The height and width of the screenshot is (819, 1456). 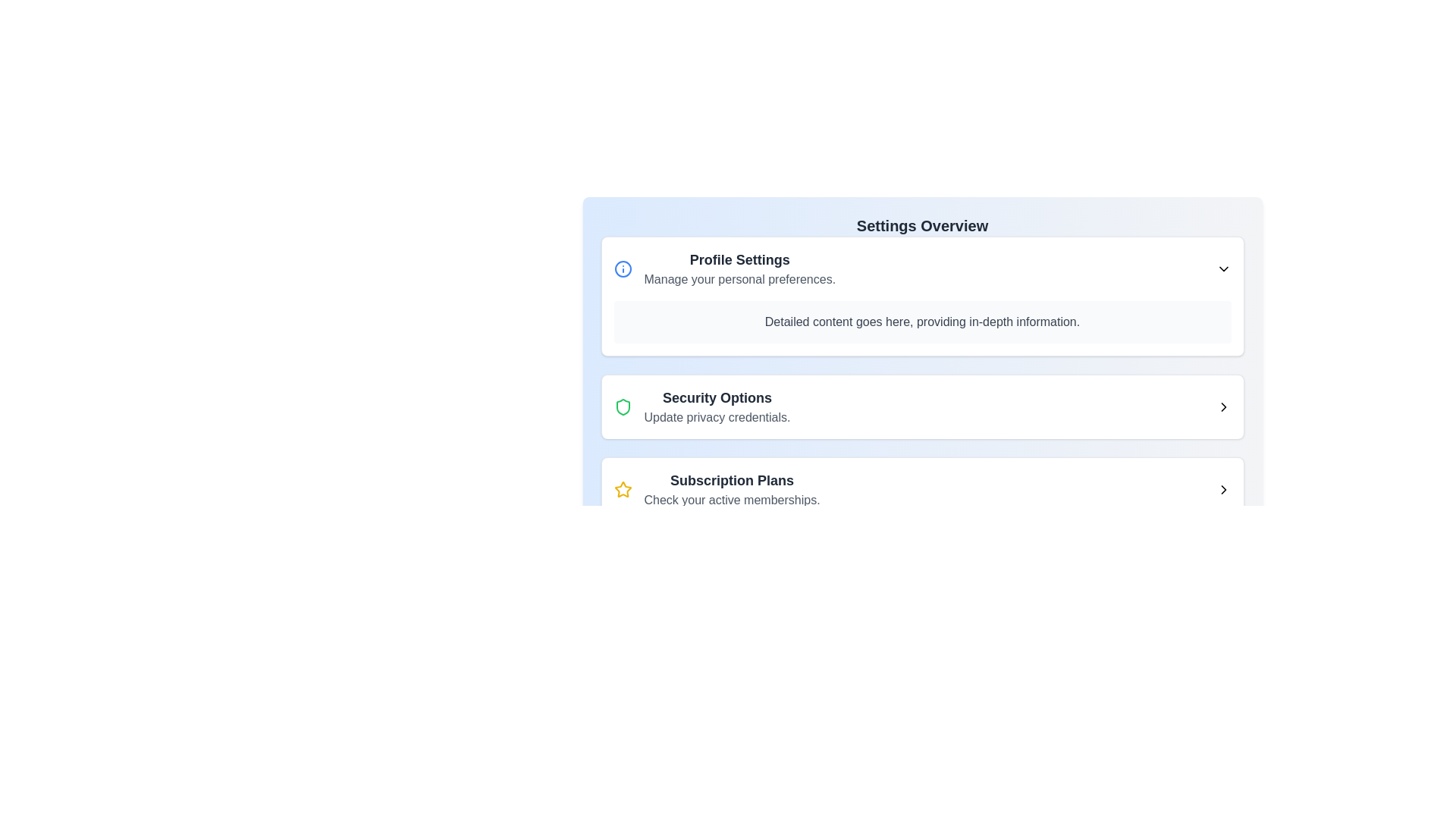 What do you see at coordinates (623, 489) in the screenshot?
I see `the Icon representing the 'Subscription Plans' section, which serves as a visual marker beside the subscription plan description` at bounding box center [623, 489].